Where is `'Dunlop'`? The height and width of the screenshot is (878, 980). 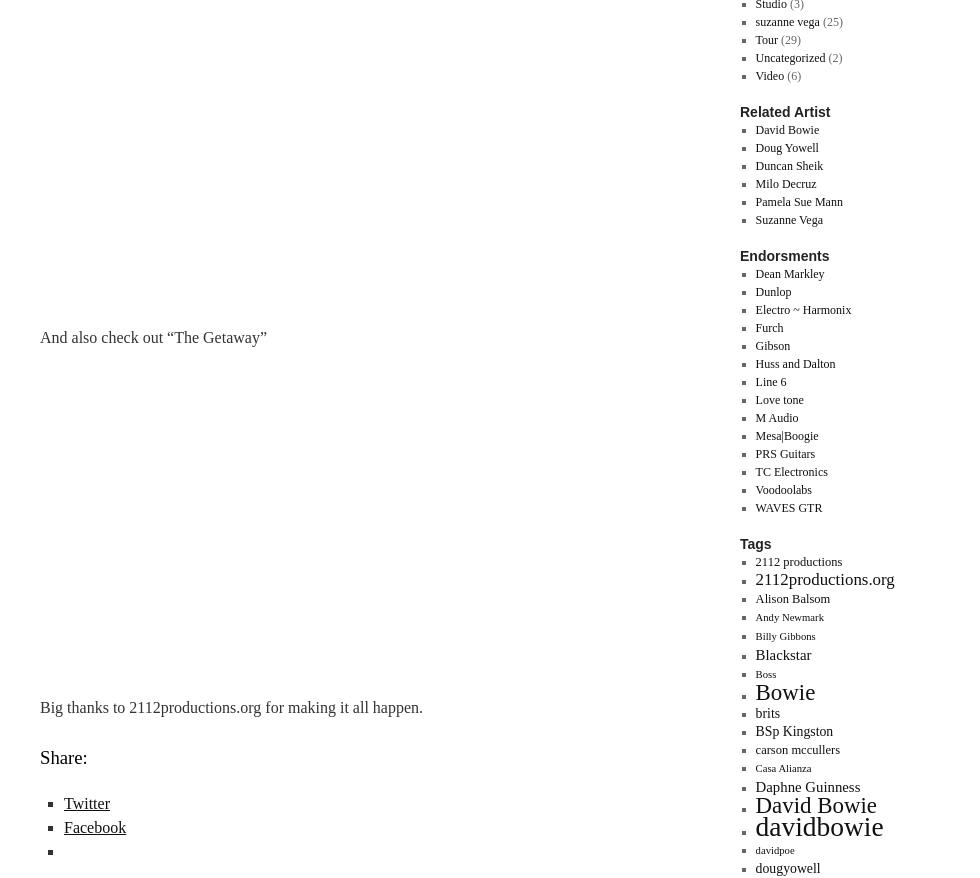 'Dunlop' is located at coordinates (773, 291).